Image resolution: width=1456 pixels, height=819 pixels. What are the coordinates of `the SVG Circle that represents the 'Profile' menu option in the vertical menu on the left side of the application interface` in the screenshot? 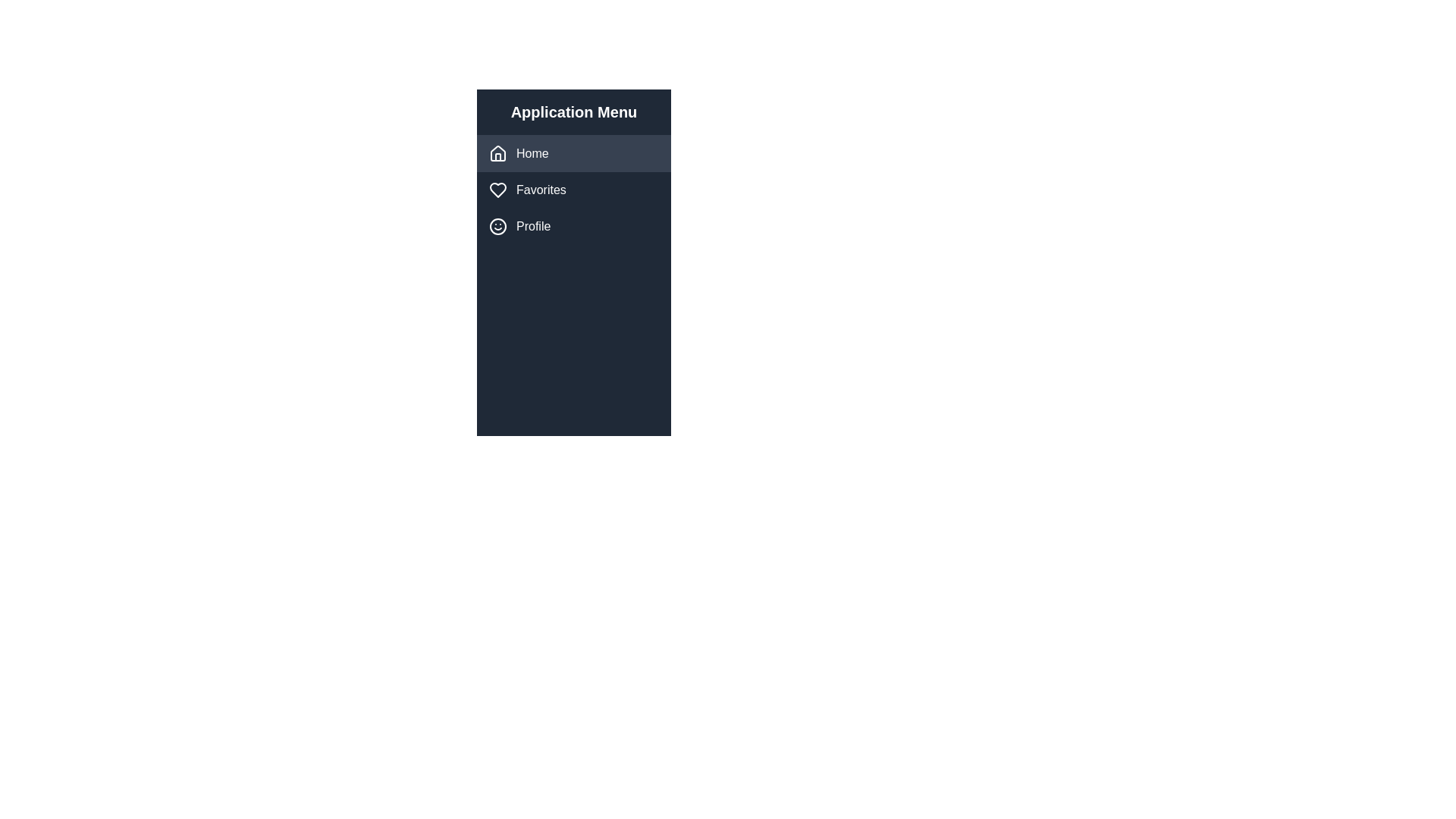 It's located at (498, 227).